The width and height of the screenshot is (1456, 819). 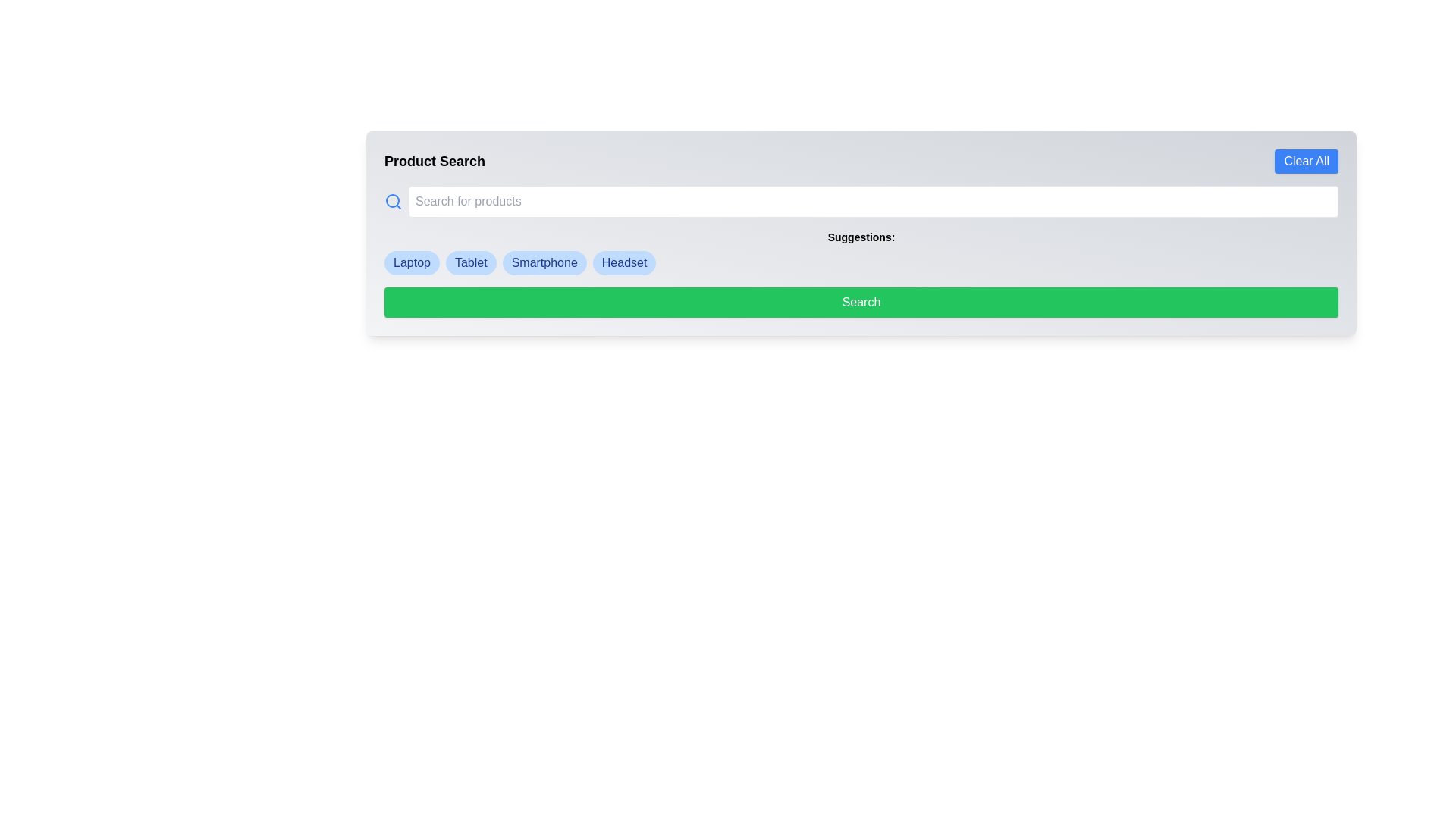 I want to click on the third badge labeled 'Smartphone', so click(x=544, y=262).